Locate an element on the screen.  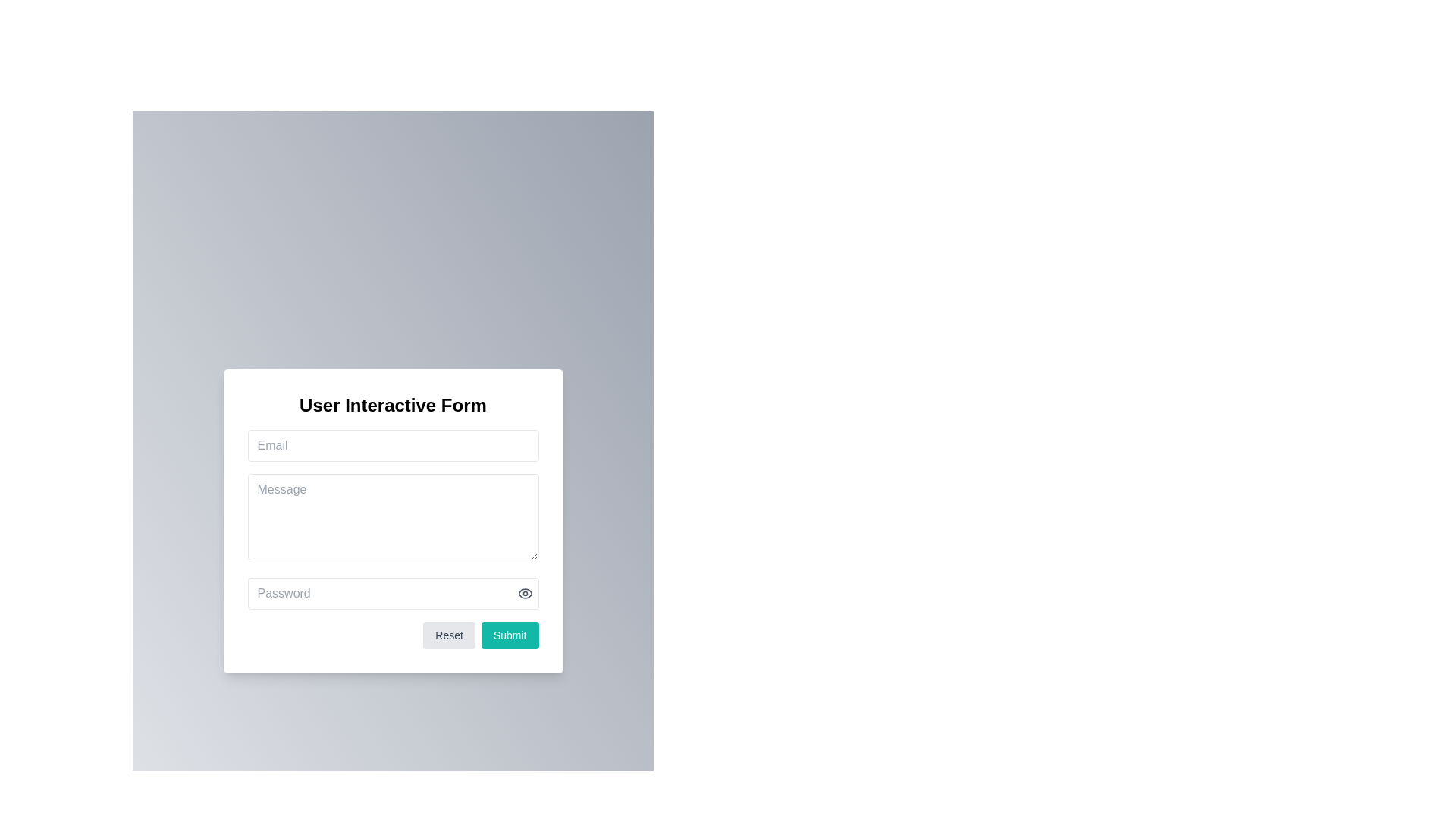
the Submit button located in the bottom-right corner of the form interface is located at coordinates (510, 635).